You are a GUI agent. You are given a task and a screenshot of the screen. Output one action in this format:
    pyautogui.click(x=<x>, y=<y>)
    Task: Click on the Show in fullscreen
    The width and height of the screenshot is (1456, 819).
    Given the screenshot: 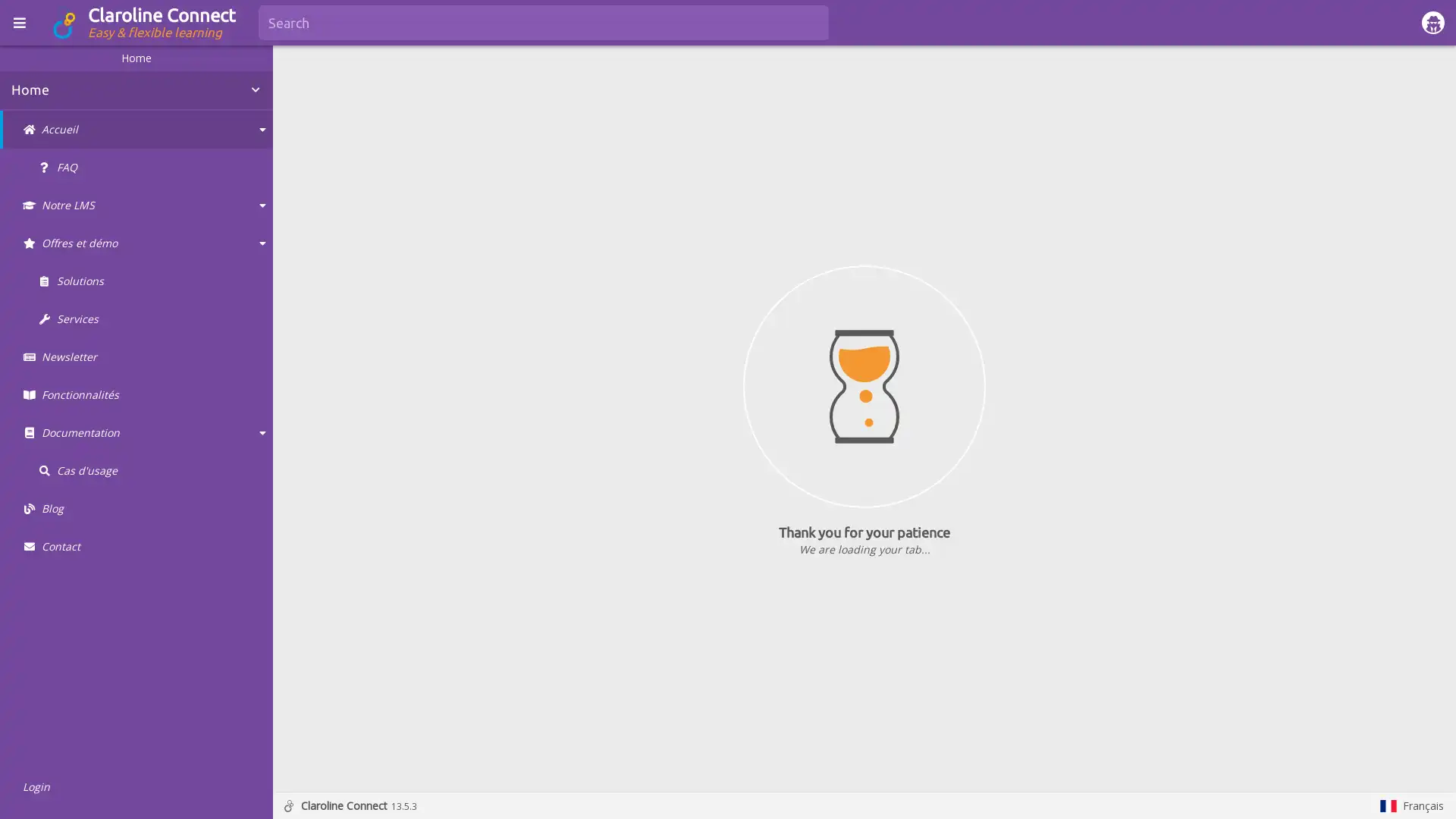 What is the action you would take?
    pyautogui.click(x=1388, y=268)
    